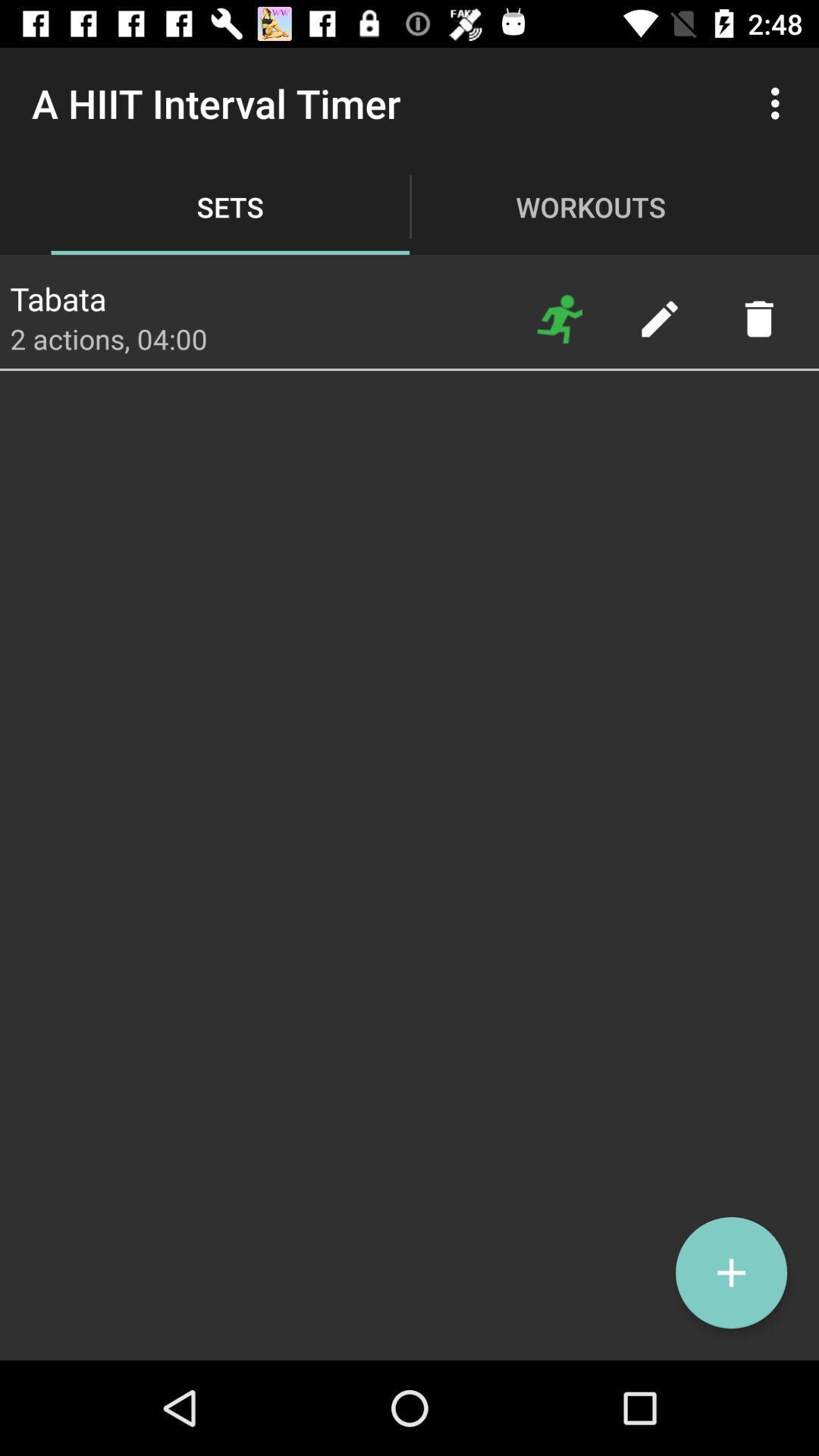 The image size is (819, 1456). What do you see at coordinates (658, 318) in the screenshot?
I see `item below the workouts` at bounding box center [658, 318].